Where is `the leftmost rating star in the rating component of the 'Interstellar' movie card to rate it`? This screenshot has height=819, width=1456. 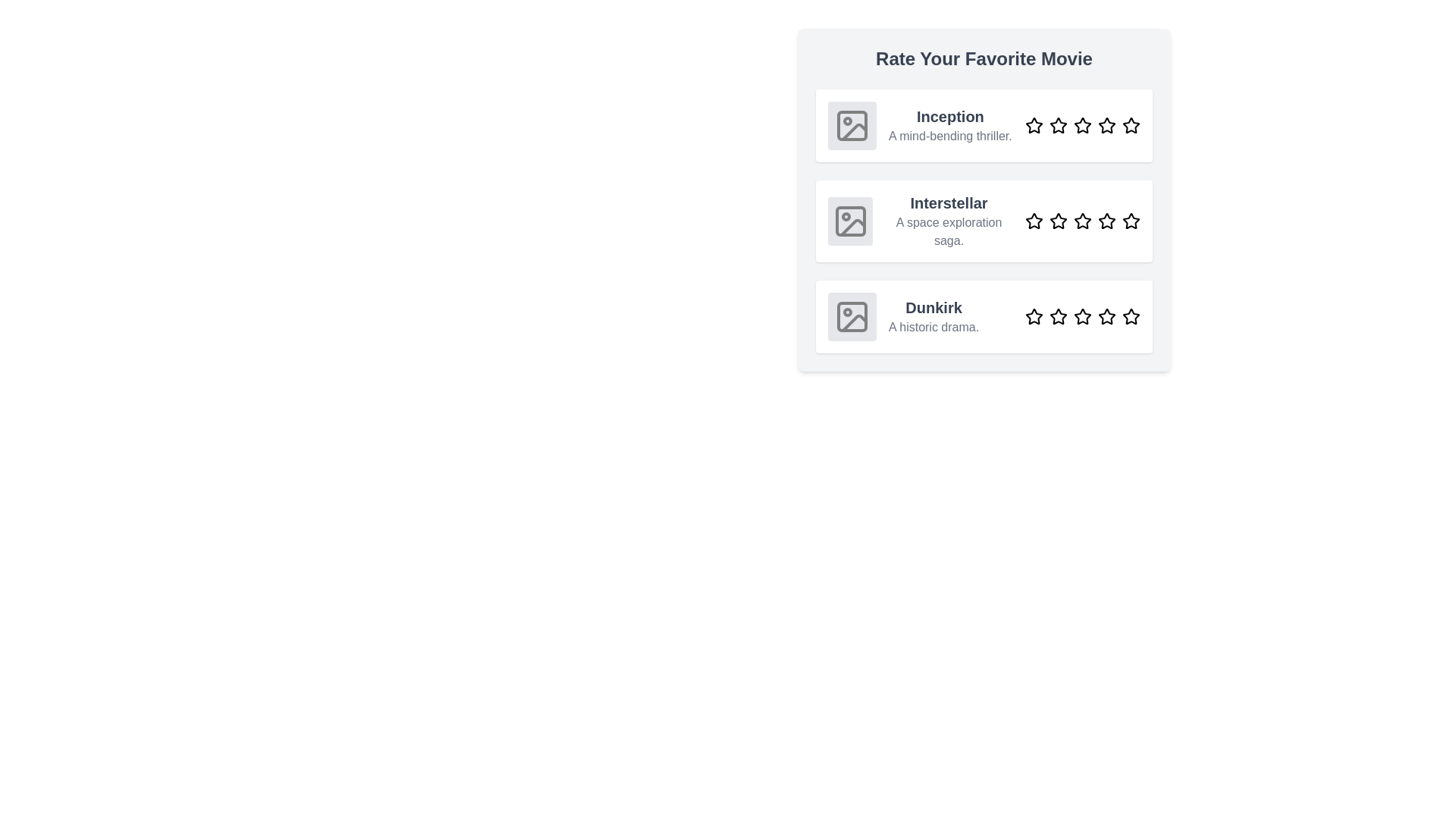
the leftmost rating star in the rating component of the 'Interstellar' movie card to rate it is located at coordinates (1033, 221).